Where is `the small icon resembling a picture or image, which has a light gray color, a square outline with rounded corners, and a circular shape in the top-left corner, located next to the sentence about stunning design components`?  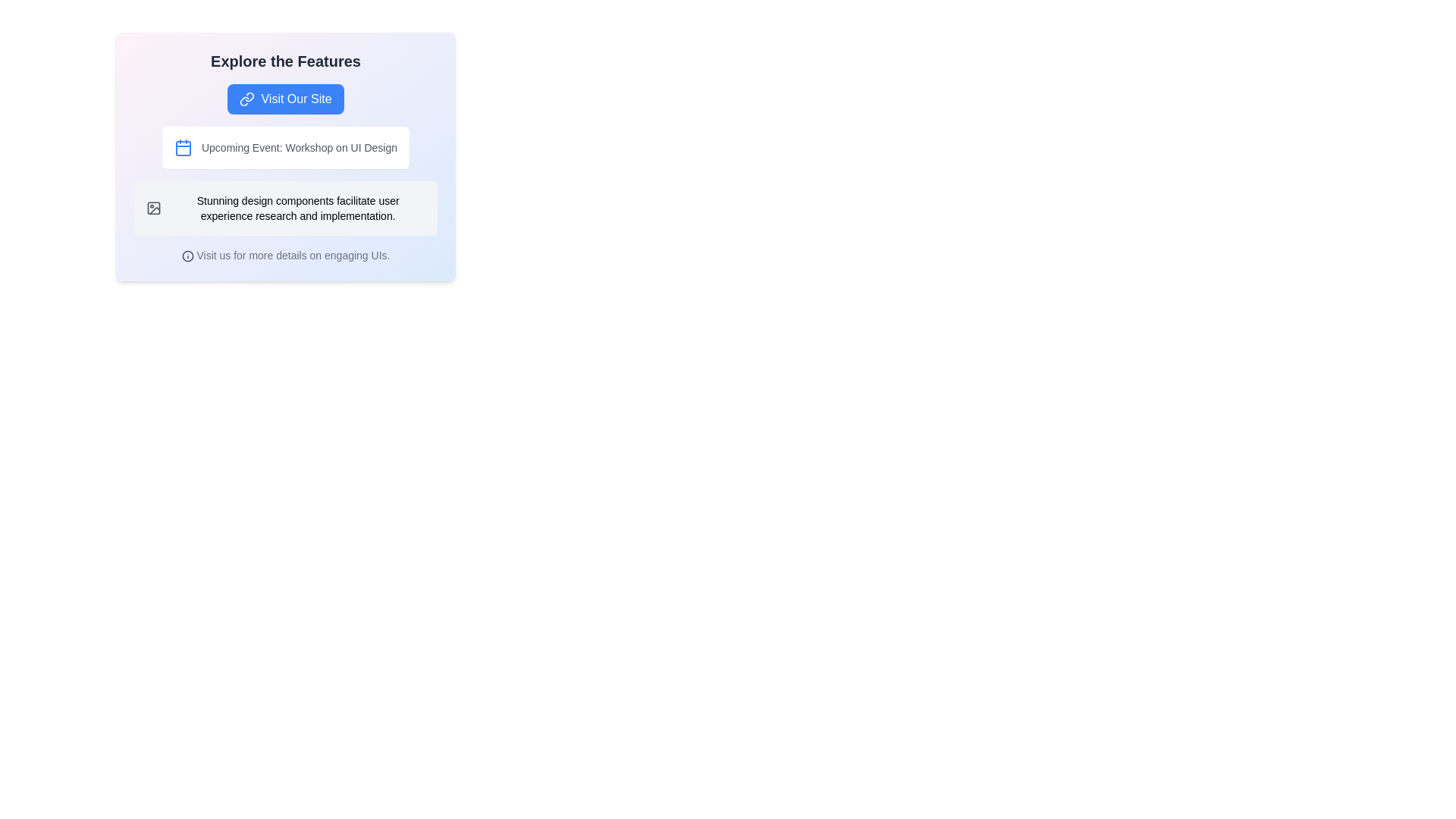
the small icon resembling a picture or image, which has a light gray color, a square outline with rounded corners, and a circular shape in the top-left corner, located next to the sentence about stunning design components is located at coordinates (154, 208).